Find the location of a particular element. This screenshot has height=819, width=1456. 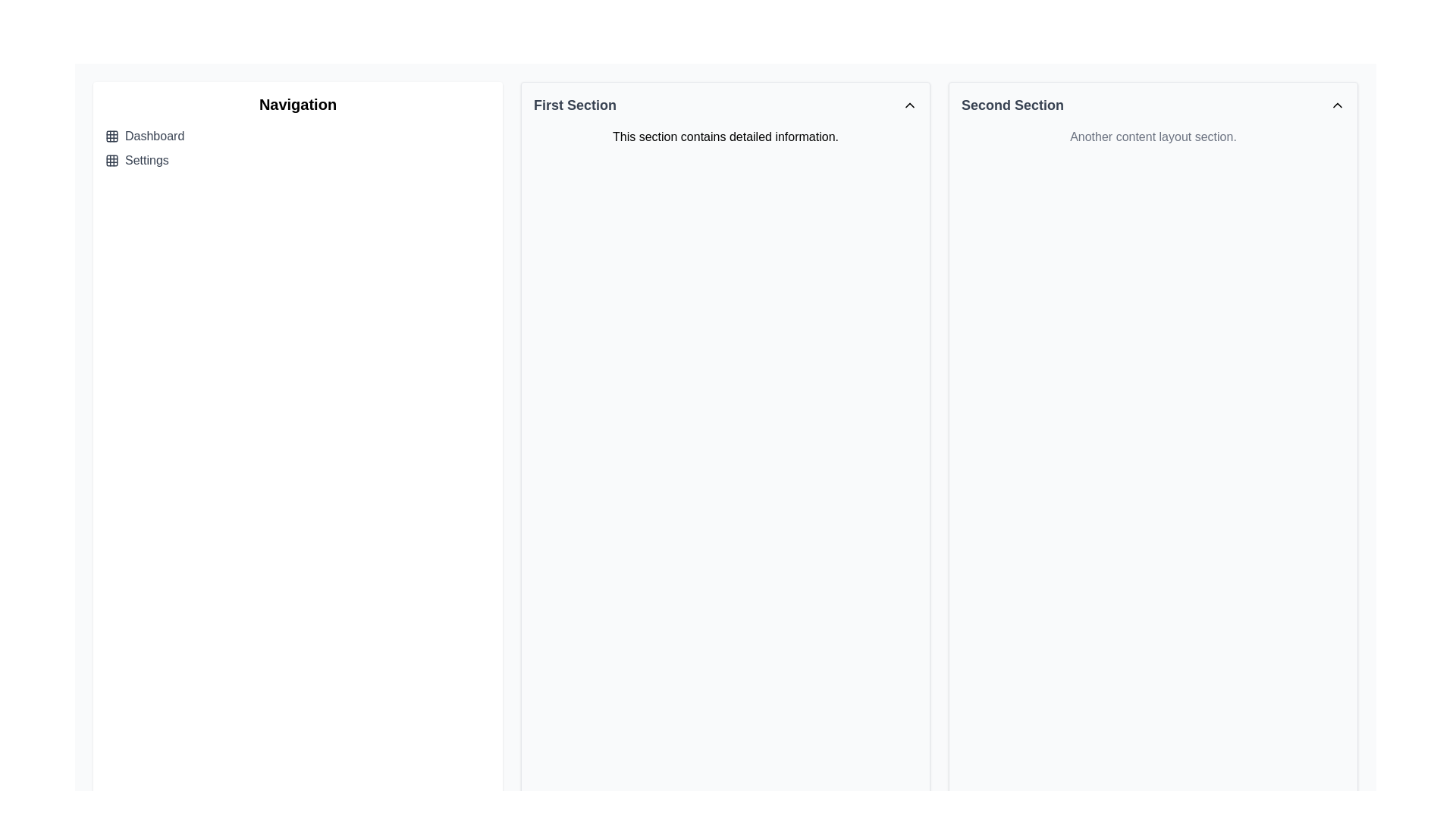

the grid icon located in the left navigation sidebar, which is positioned next to the 'Settings' menu item label is located at coordinates (111, 161).